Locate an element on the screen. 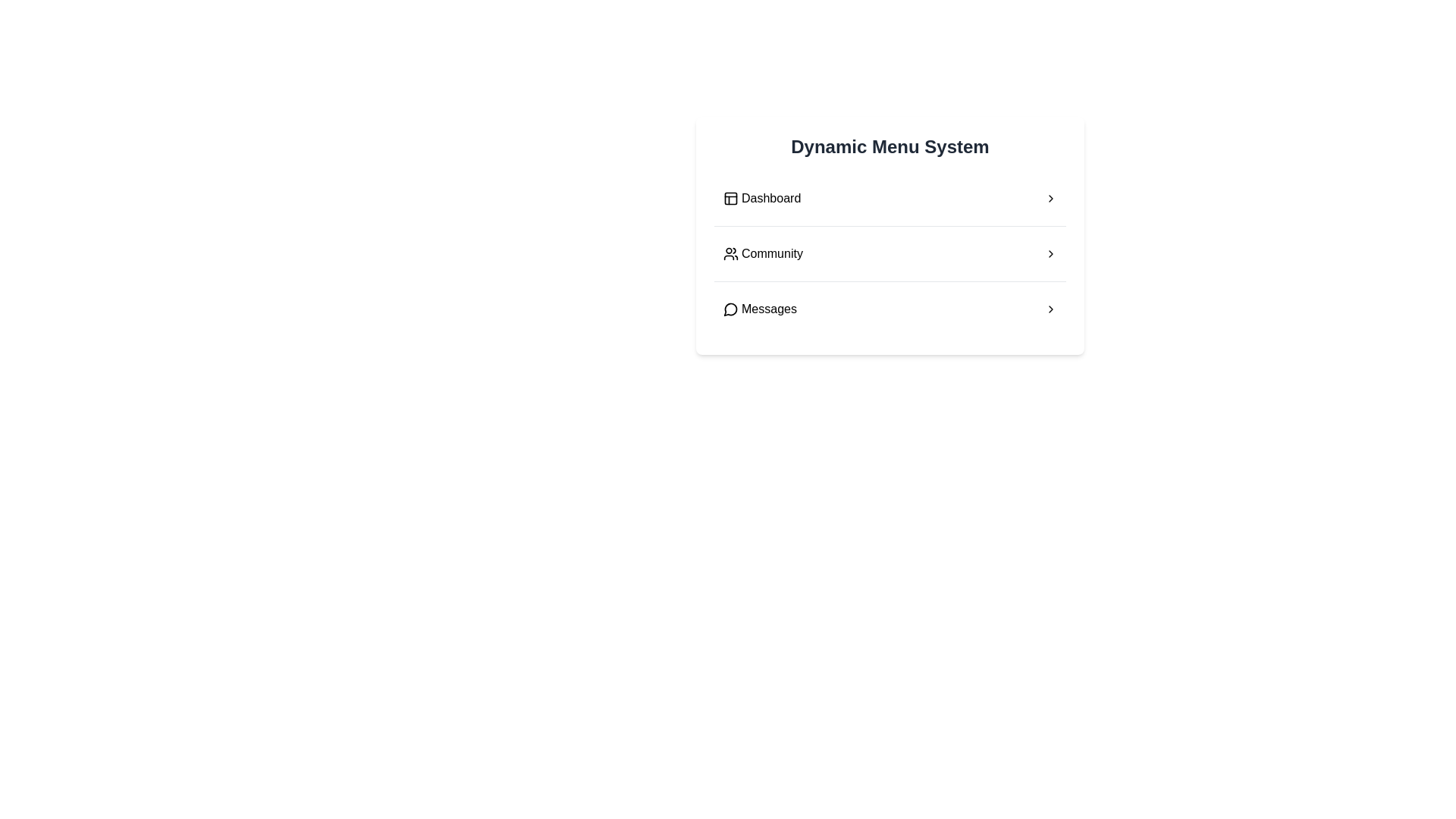 This screenshot has width=1456, height=819. the right-facing chevron icon at the end of the 'Dashboard' row is located at coordinates (1050, 198).